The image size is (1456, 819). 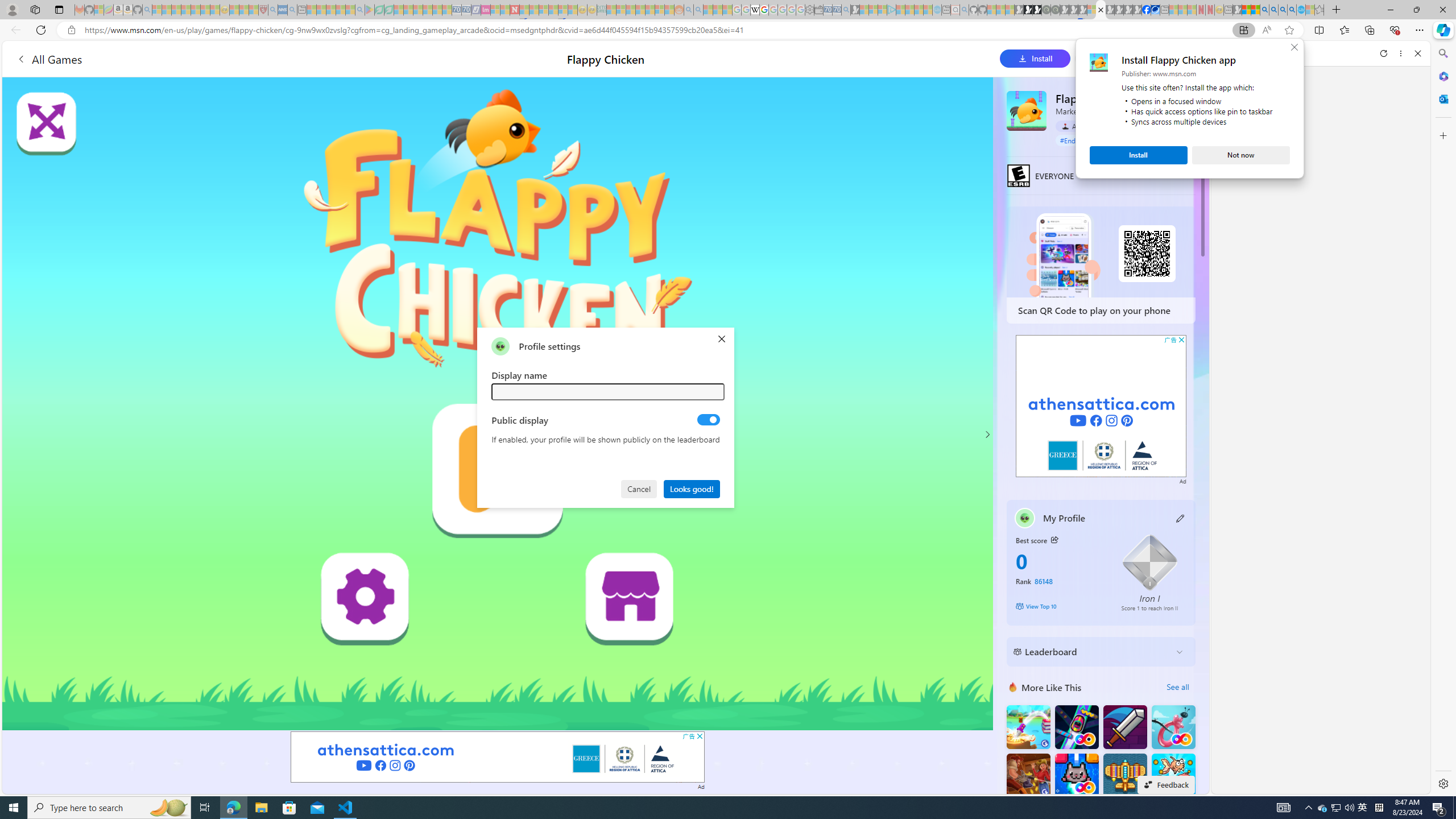 I want to click on 'Action Center, 2 new notifications', so click(x=1439, y=806).